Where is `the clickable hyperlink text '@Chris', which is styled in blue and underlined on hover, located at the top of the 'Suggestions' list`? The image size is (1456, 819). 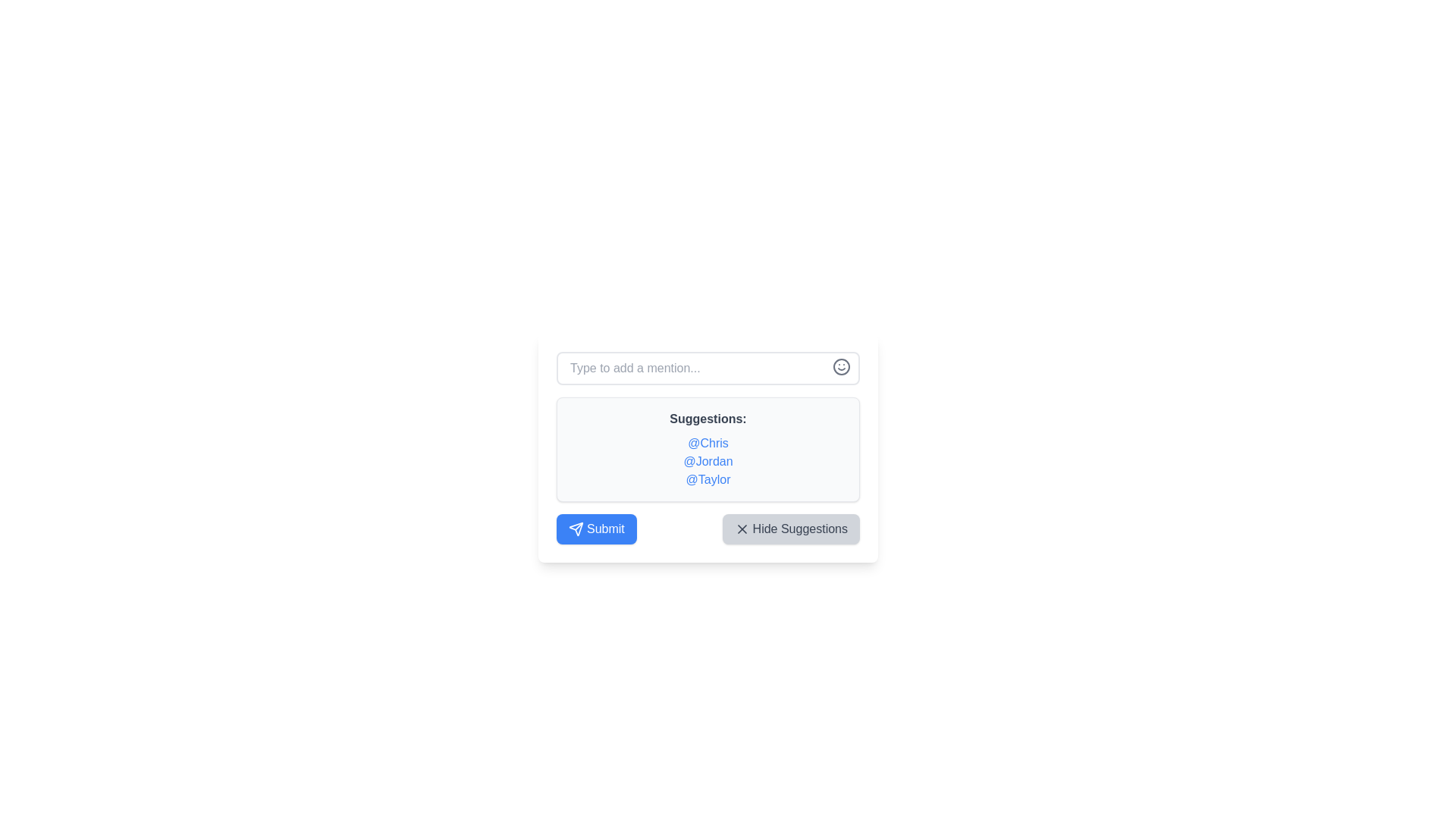
the clickable hyperlink text '@Chris', which is styled in blue and underlined on hover, located at the top of the 'Suggestions' list is located at coordinates (708, 444).